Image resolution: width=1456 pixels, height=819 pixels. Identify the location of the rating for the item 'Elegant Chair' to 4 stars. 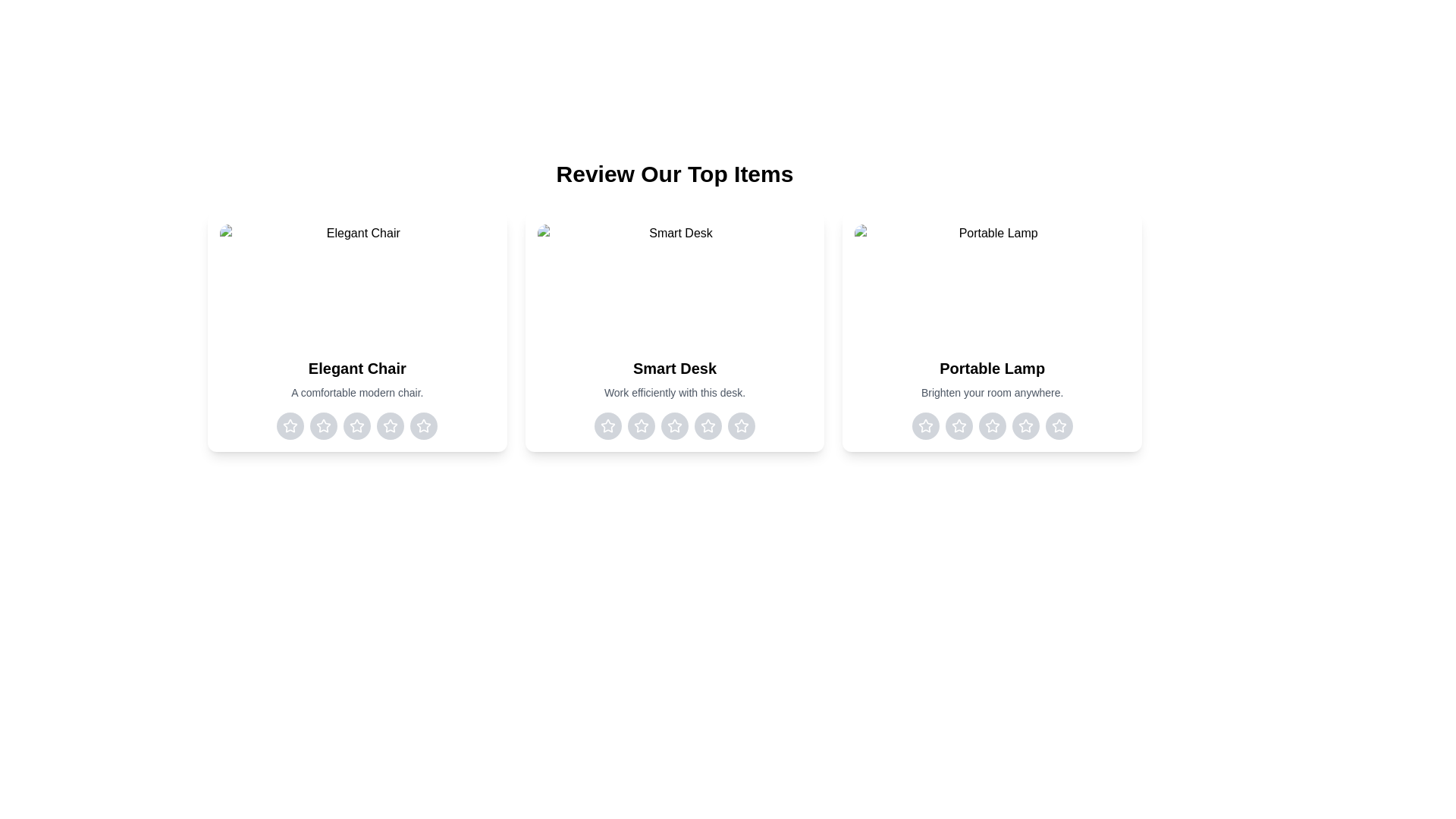
(390, 426).